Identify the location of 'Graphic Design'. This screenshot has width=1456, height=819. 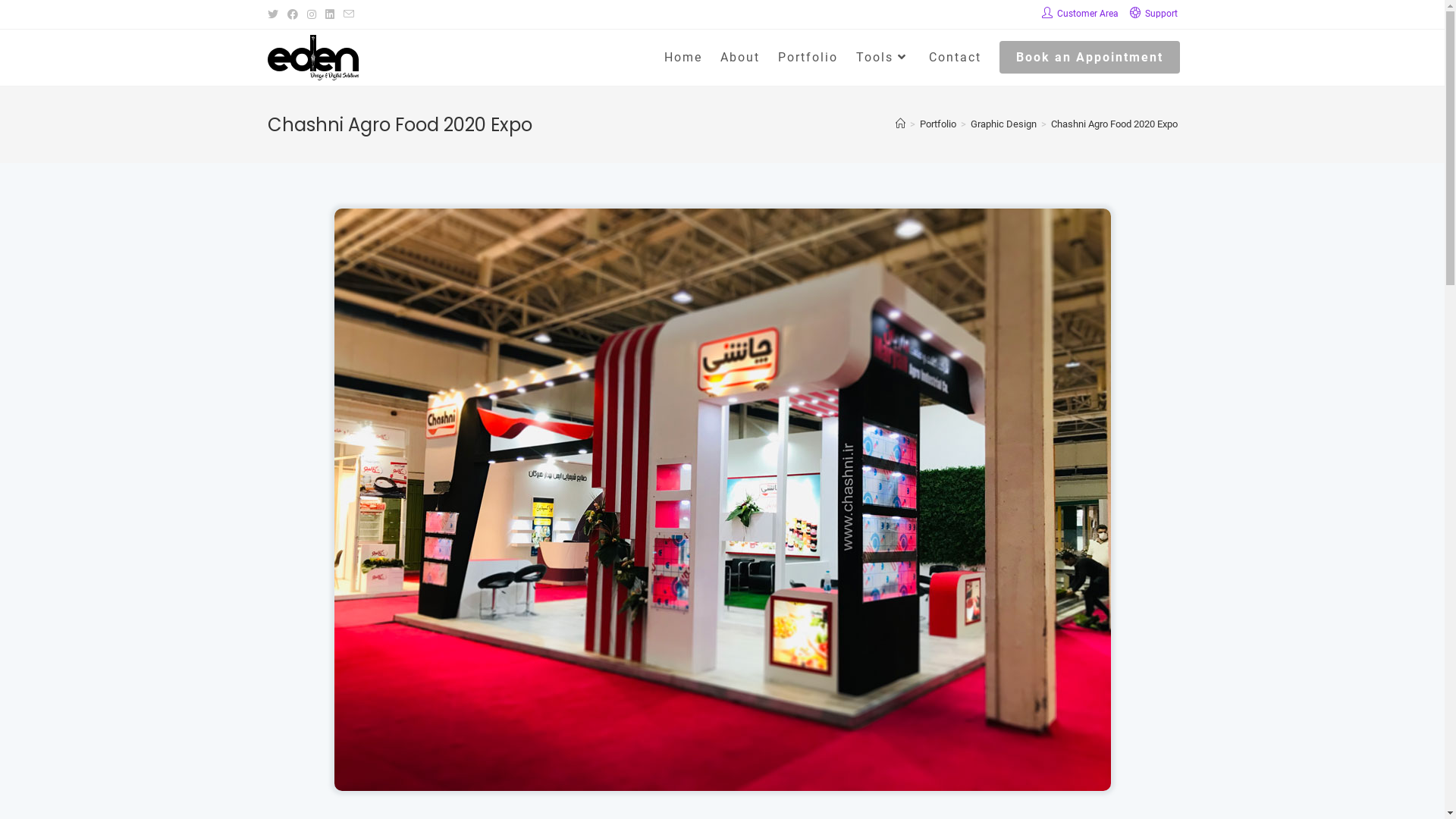
(1003, 123).